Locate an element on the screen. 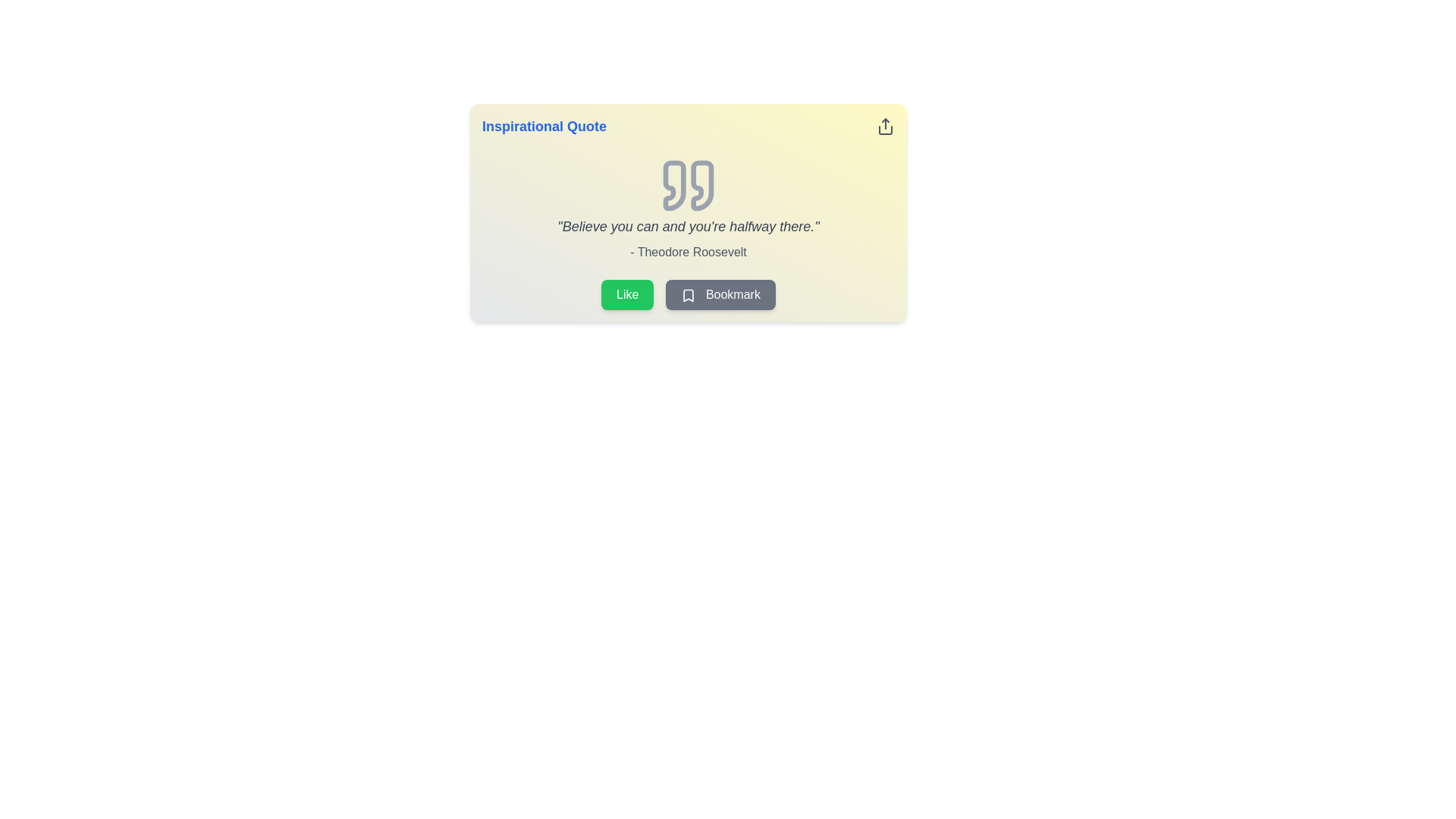 This screenshot has height=819, width=1456. the rightmost closing quotation mark within the stylized SVG graphic icon, which is displayed in muted gray, positioned centrally above the quote text and author attribution is located at coordinates (701, 185).